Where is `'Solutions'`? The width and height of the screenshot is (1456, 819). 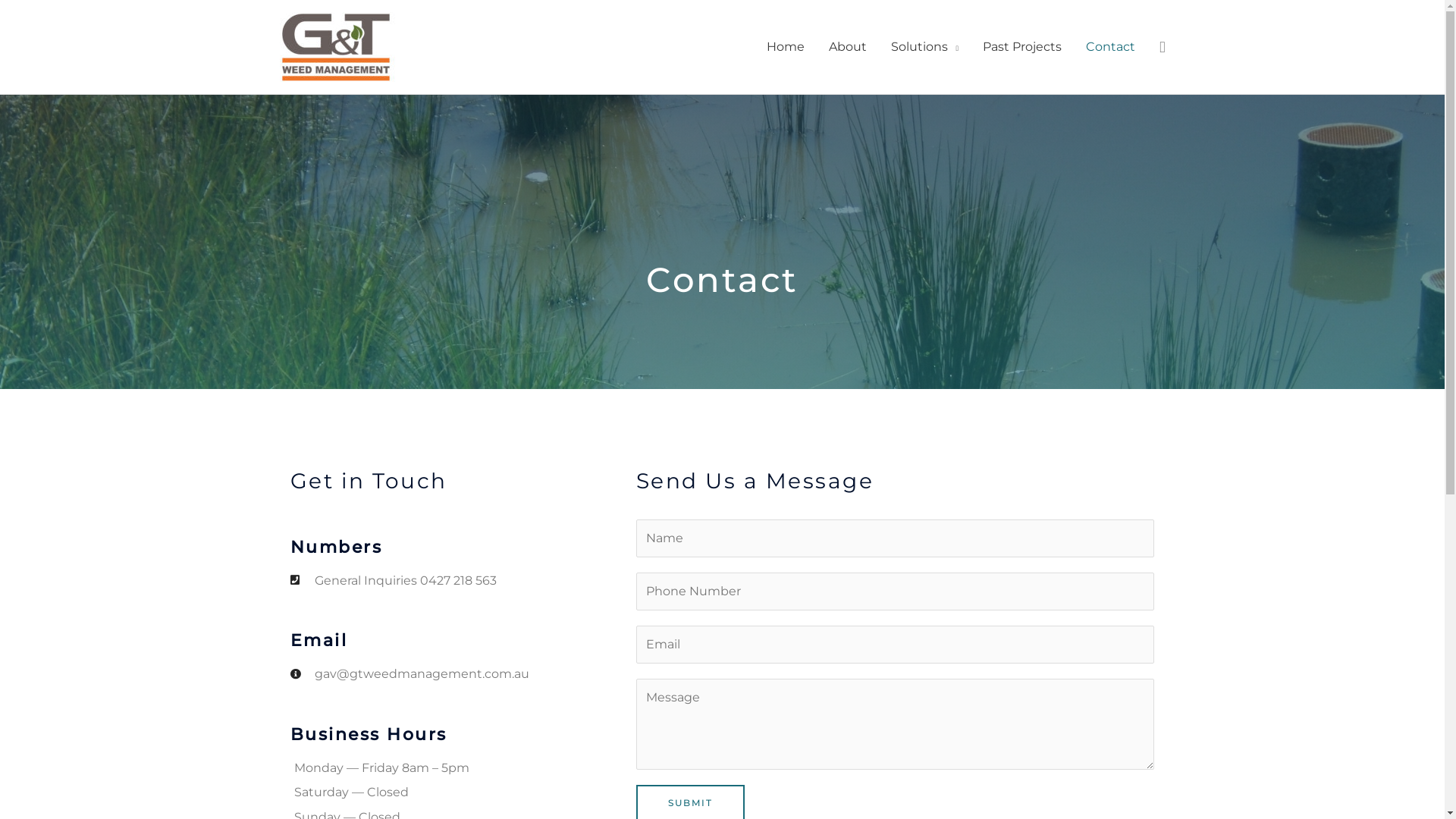 'Solutions' is located at coordinates (924, 45).